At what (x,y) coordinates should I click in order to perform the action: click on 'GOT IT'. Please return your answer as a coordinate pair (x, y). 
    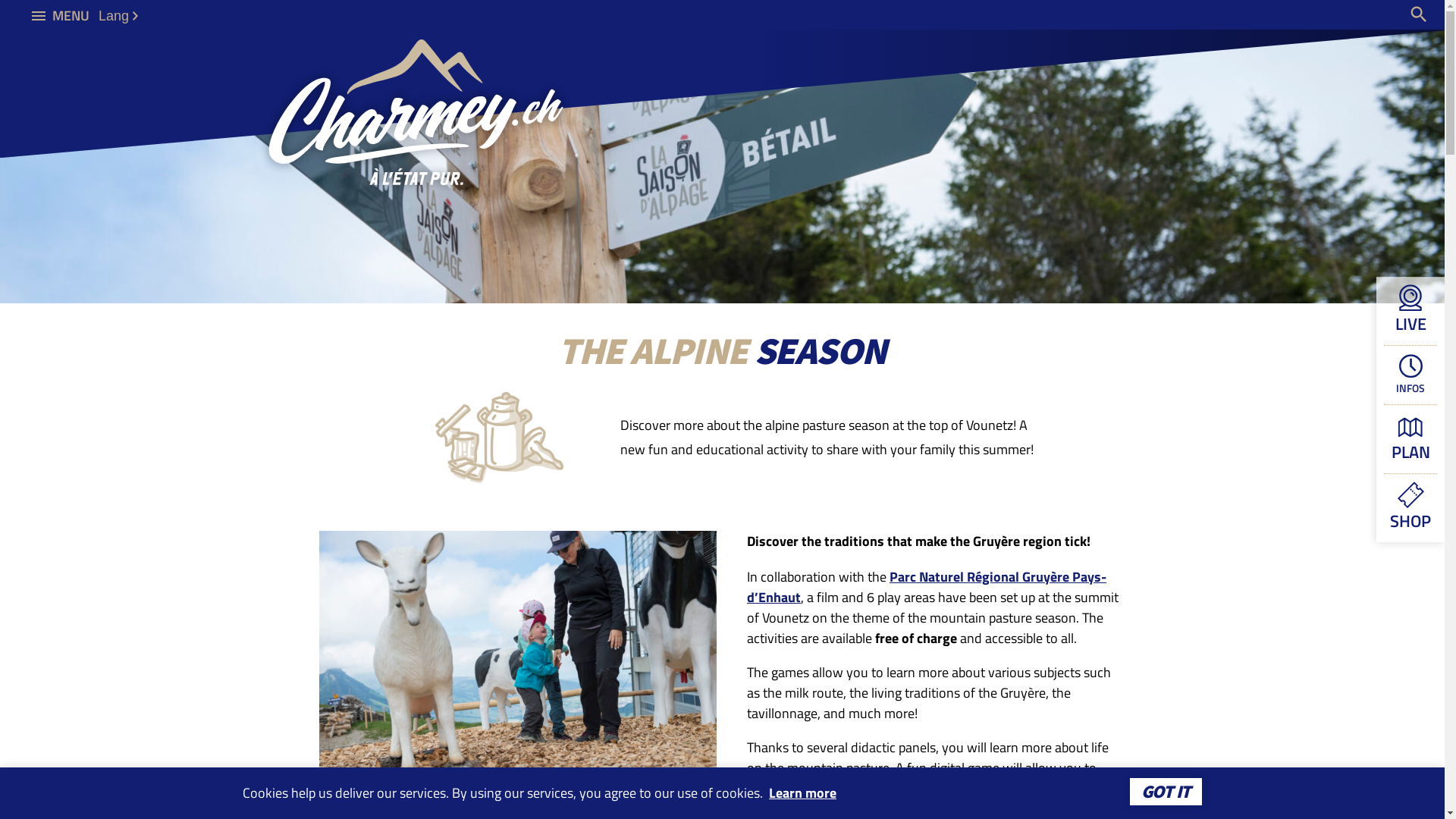
    Looking at the image, I should click on (1165, 791).